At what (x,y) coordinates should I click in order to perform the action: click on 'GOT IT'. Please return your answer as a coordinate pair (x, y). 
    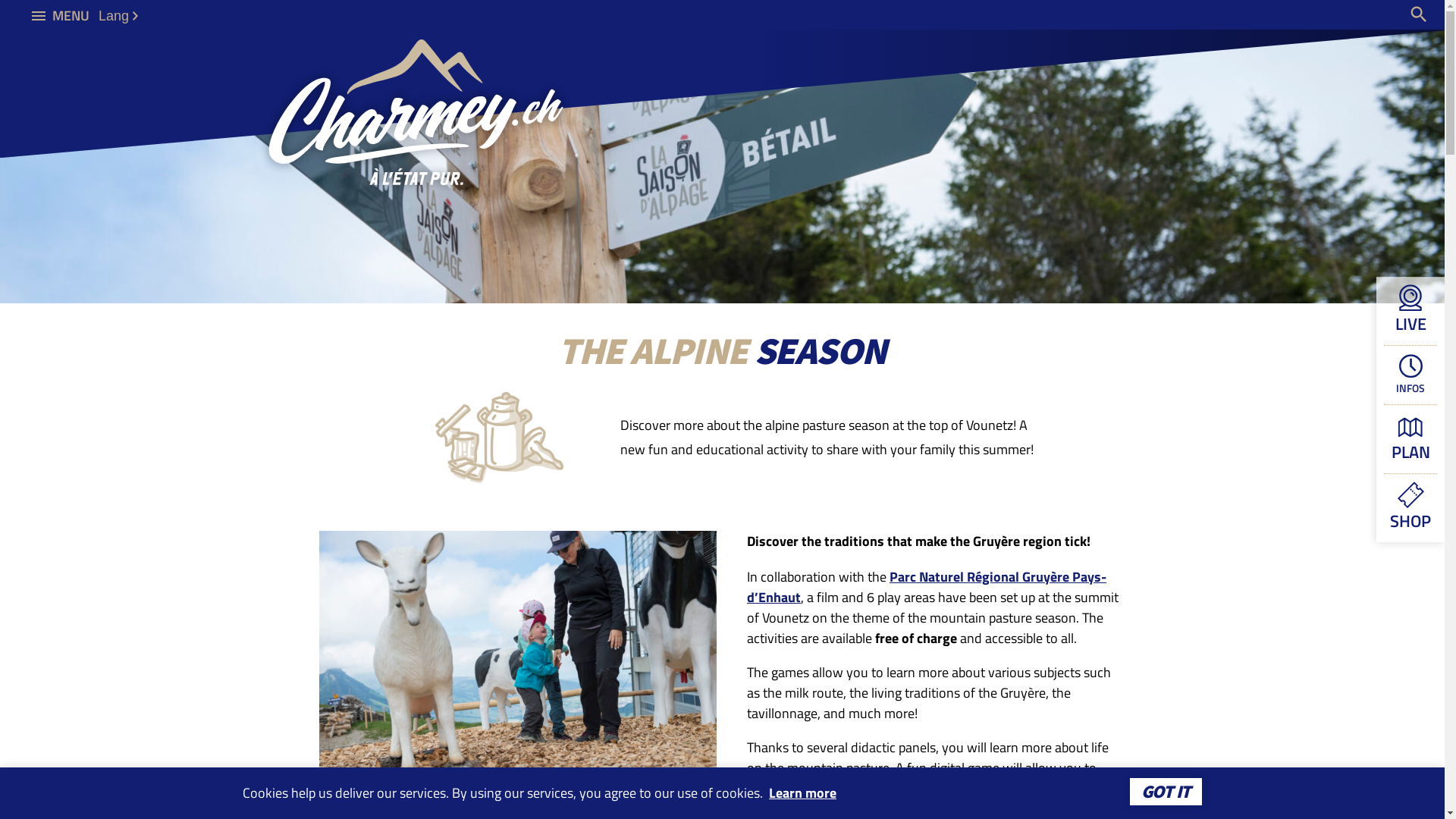
    Looking at the image, I should click on (1165, 791).